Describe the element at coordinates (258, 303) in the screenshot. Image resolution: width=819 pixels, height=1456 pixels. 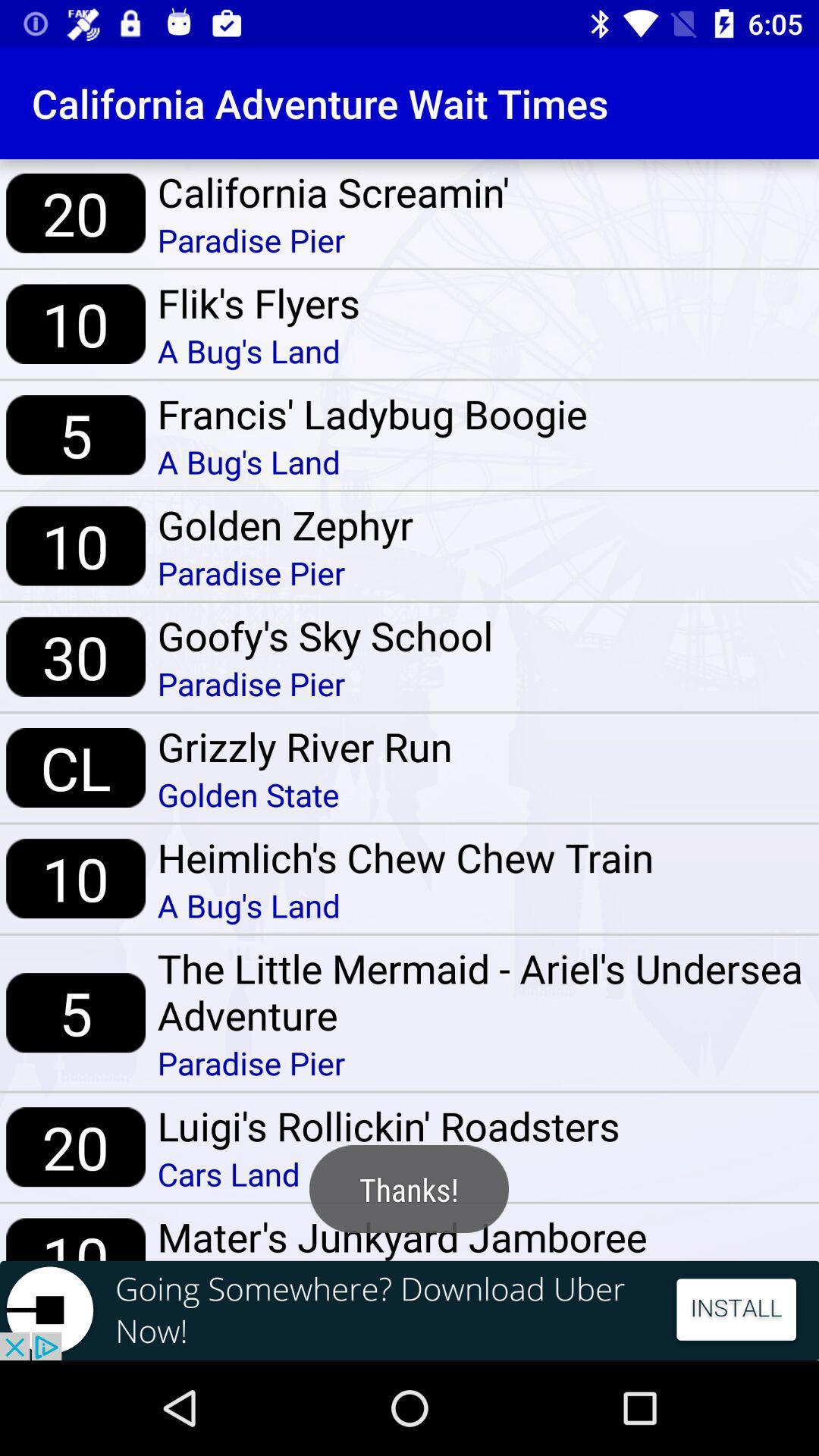
I see `flik's flyers icon` at that location.